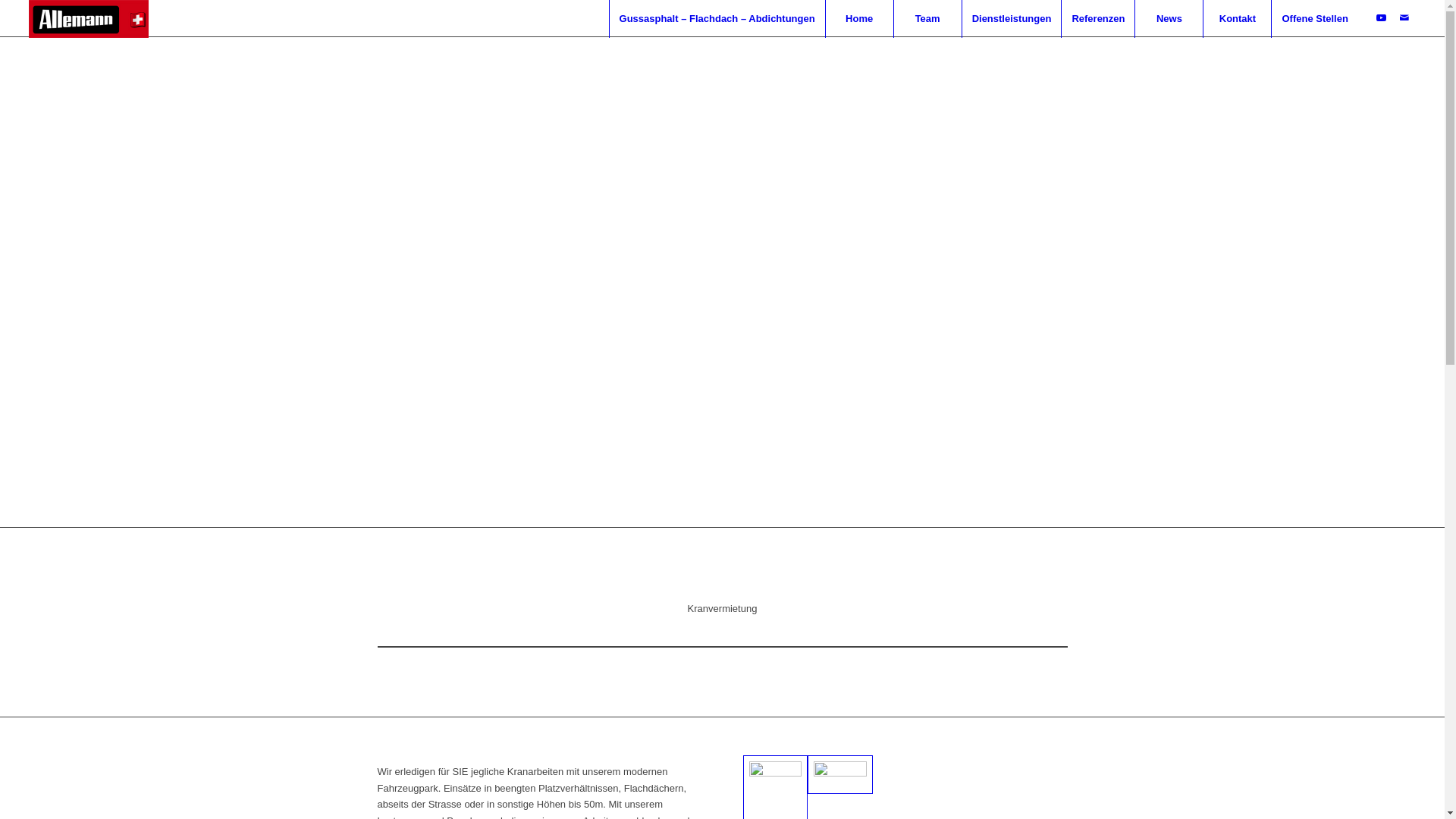 This screenshot has height=819, width=1456. What do you see at coordinates (1012, 18) in the screenshot?
I see `'Dienstleistungen'` at bounding box center [1012, 18].